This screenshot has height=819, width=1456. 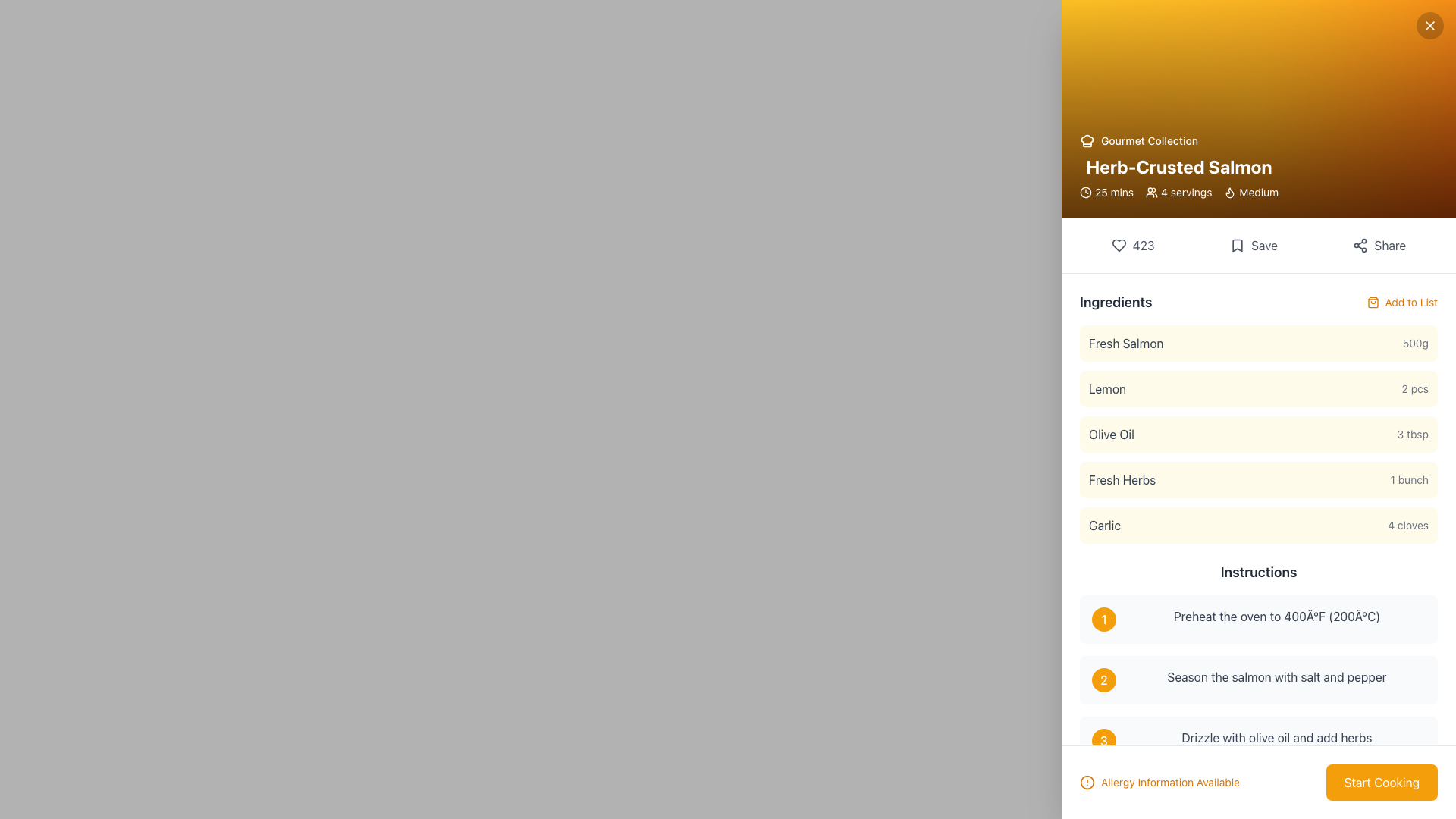 What do you see at coordinates (1360, 245) in the screenshot?
I see `the share icon button located adjacent to the 'Share' text in the upper-right section of the interface` at bounding box center [1360, 245].